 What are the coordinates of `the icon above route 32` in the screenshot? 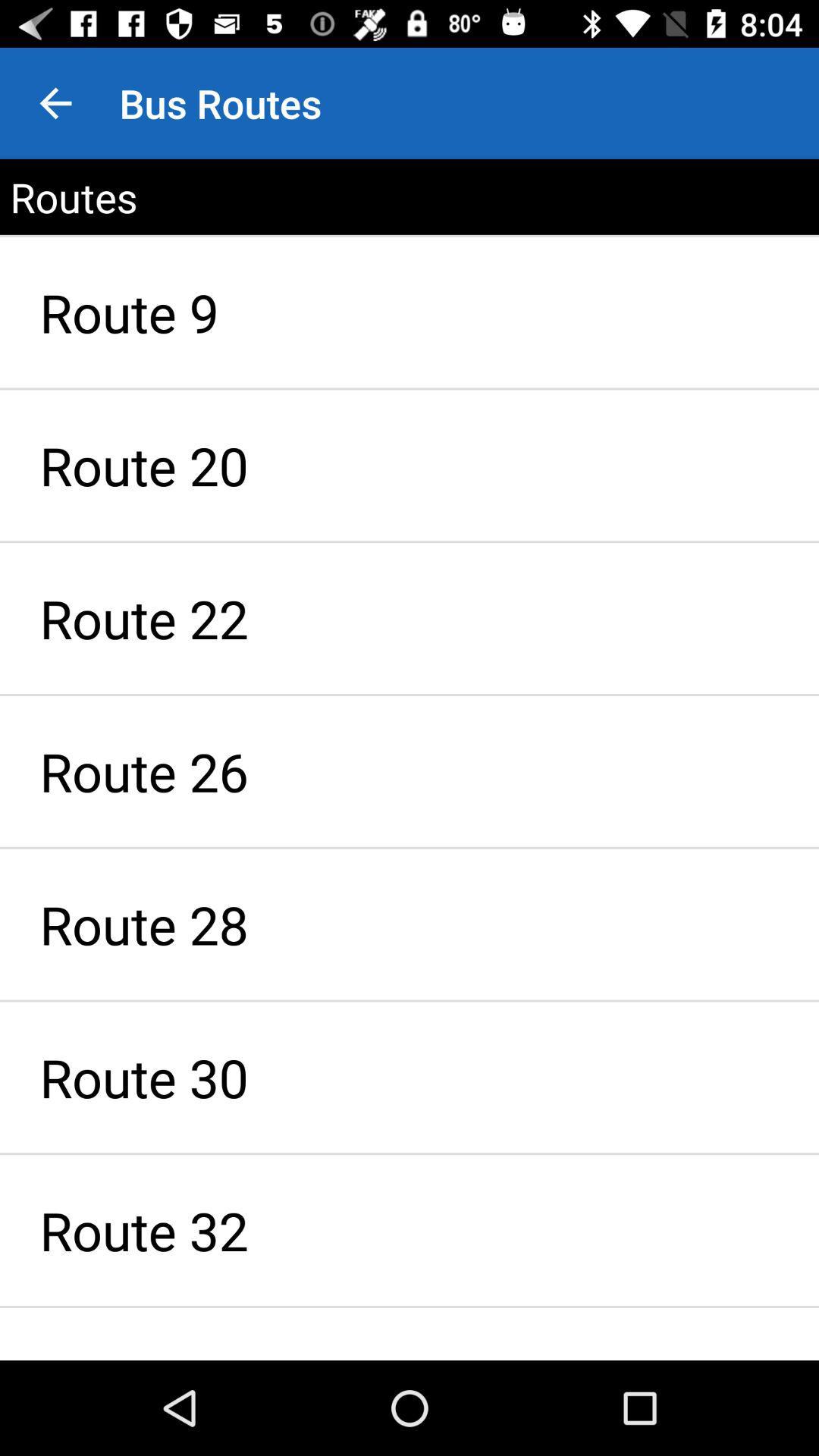 It's located at (409, 1076).